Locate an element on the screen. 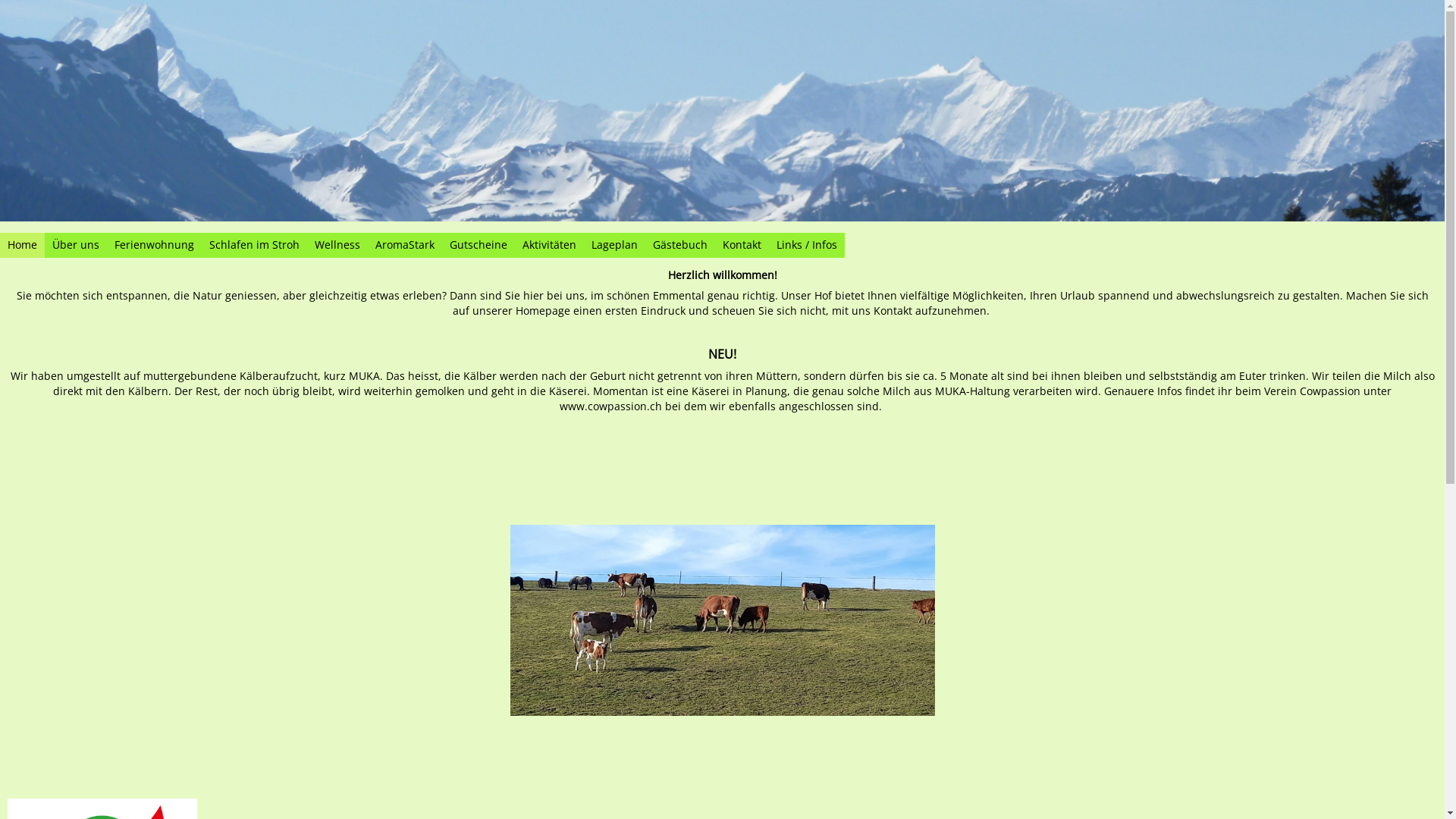 The width and height of the screenshot is (1456, 819). 'Wellness' is located at coordinates (337, 244).